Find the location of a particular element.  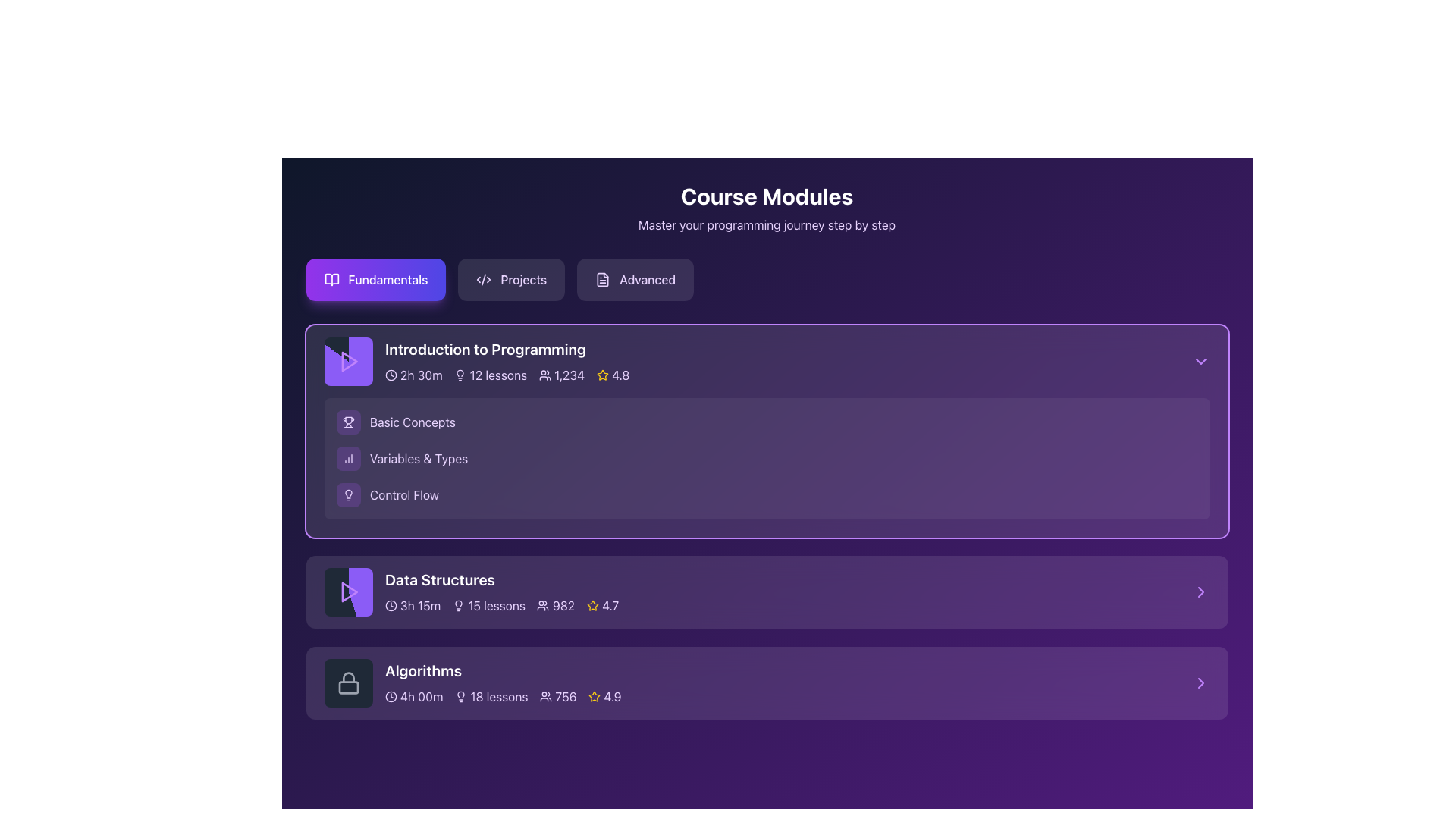

the text label '15 lessons' which is paired with a lightbulb icon, located underneath the 'Data Structures' module heading is located at coordinates (488, 604).